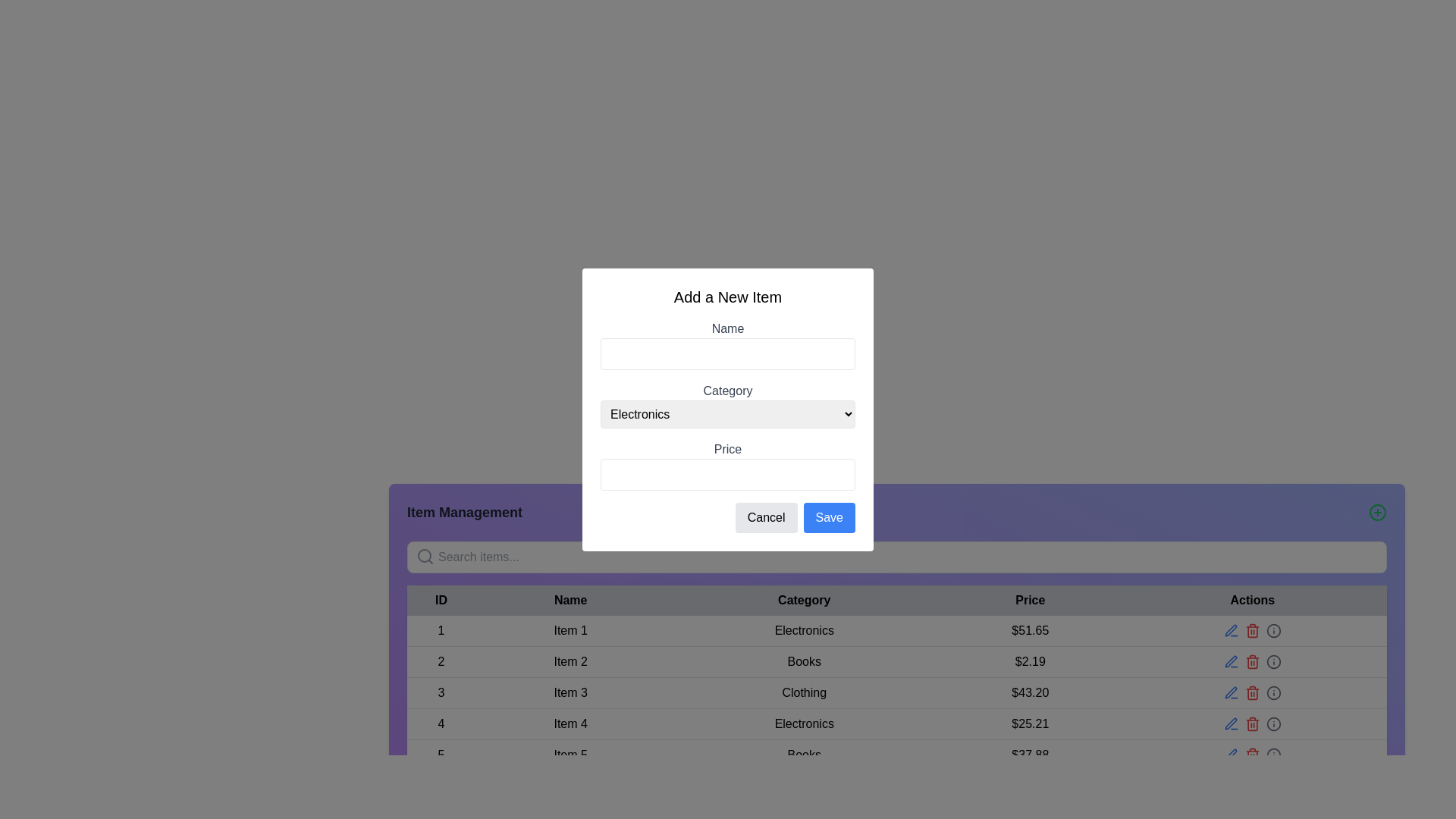 The image size is (1456, 819). What do you see at coordinates (1252, 723) in the screenshot?
I see `the red trash can icon in the Actions column of the table row` at bounding box center [1252, 723].